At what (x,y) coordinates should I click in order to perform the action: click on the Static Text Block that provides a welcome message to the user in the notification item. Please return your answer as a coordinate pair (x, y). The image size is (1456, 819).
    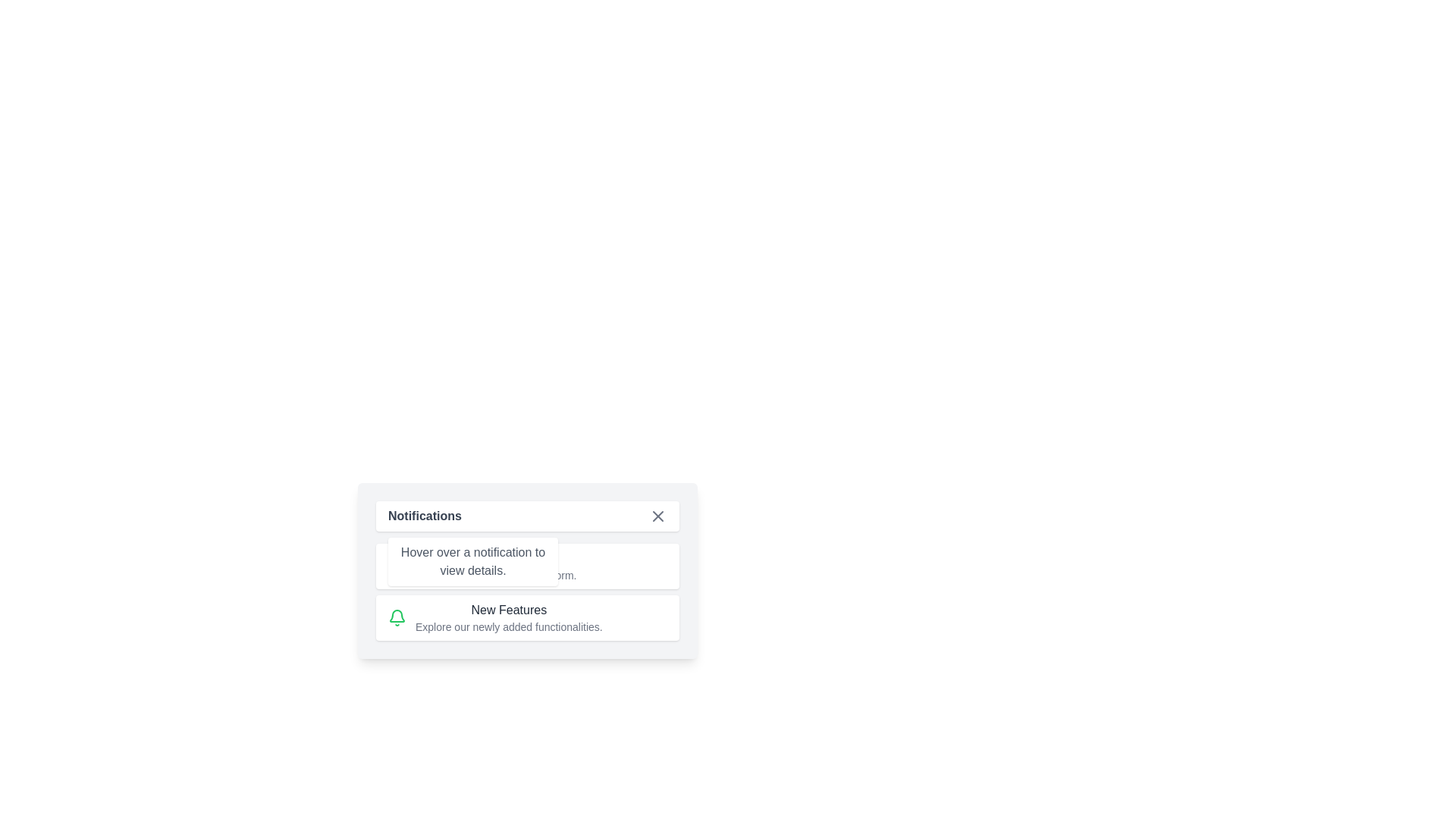
    Looking at the image, I should click on (496, 566).